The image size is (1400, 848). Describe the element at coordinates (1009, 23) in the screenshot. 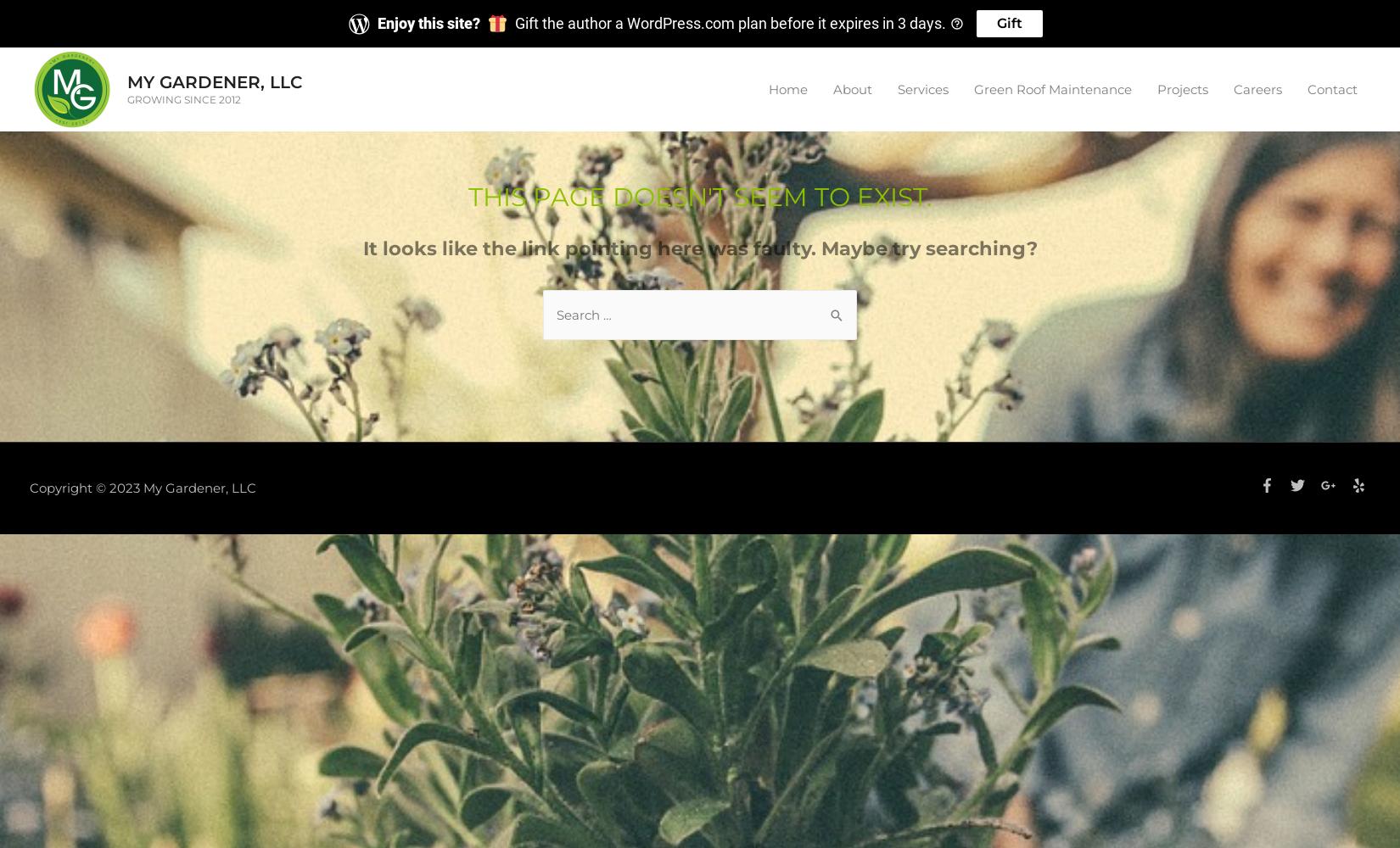

I see `'Gift'` at that location.